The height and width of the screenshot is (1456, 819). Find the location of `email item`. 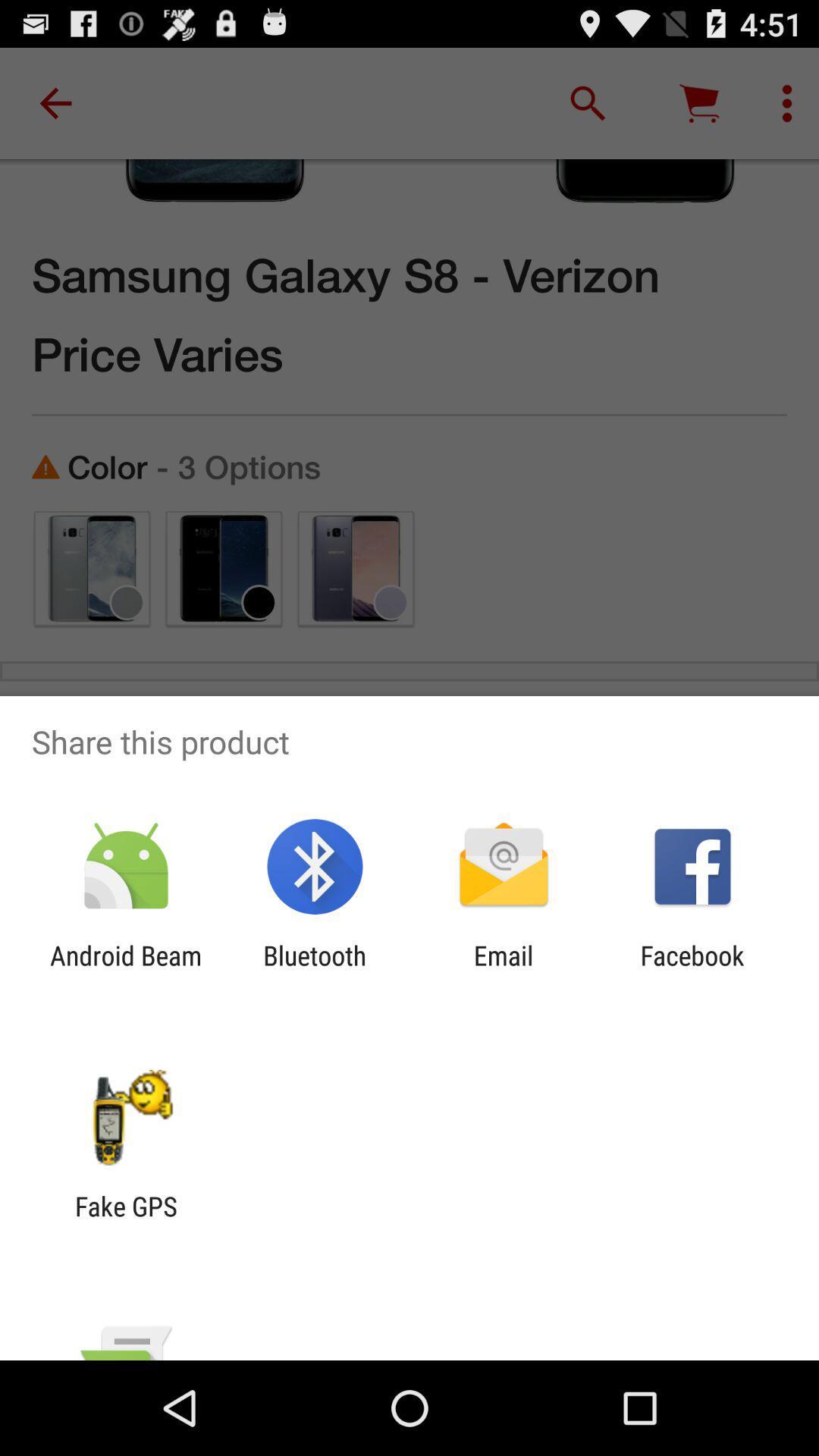

email item is located at coordinates (504, 971).